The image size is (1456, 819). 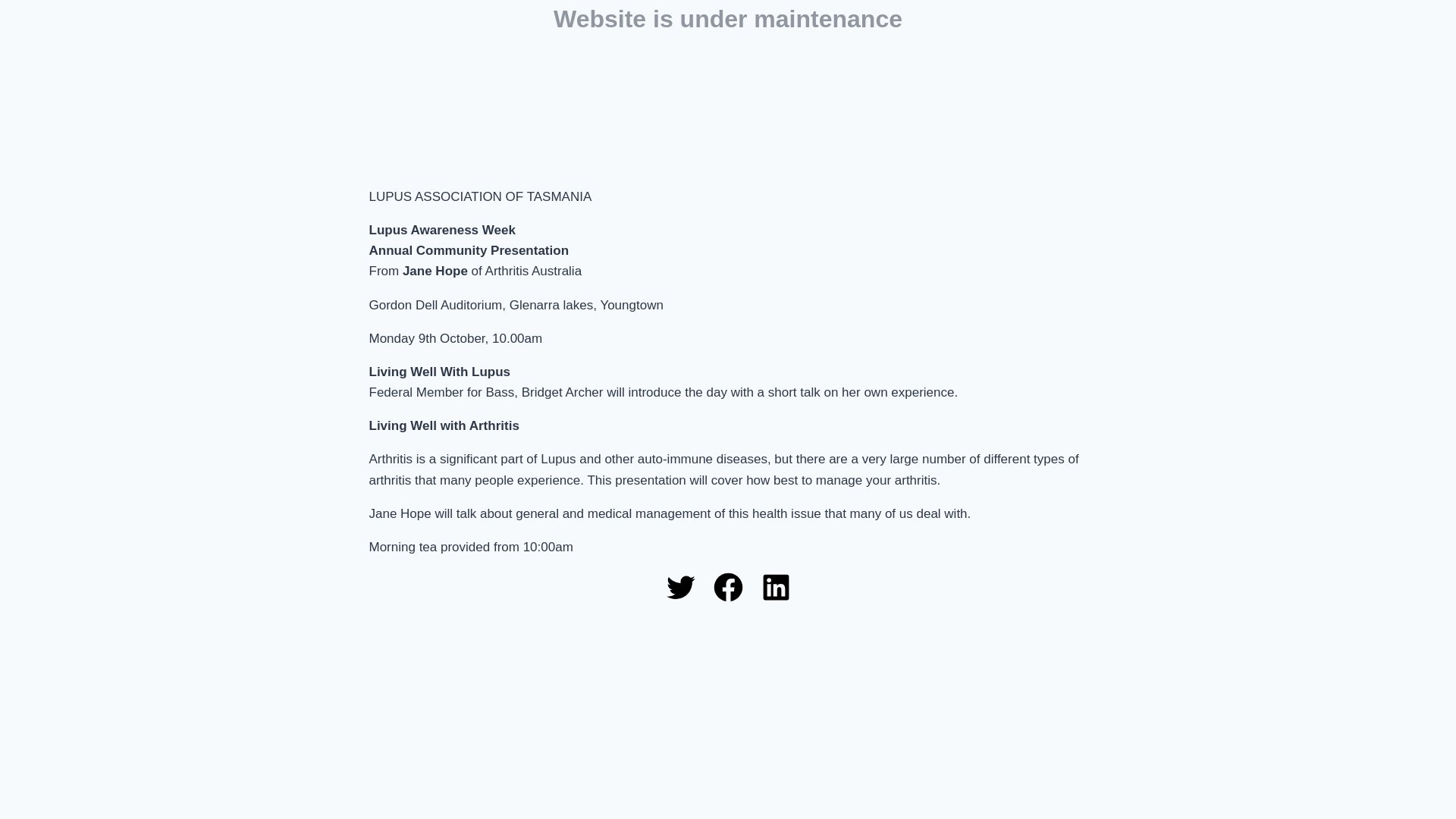 I want to click on 'Facebook', so click(x=728, y=586).